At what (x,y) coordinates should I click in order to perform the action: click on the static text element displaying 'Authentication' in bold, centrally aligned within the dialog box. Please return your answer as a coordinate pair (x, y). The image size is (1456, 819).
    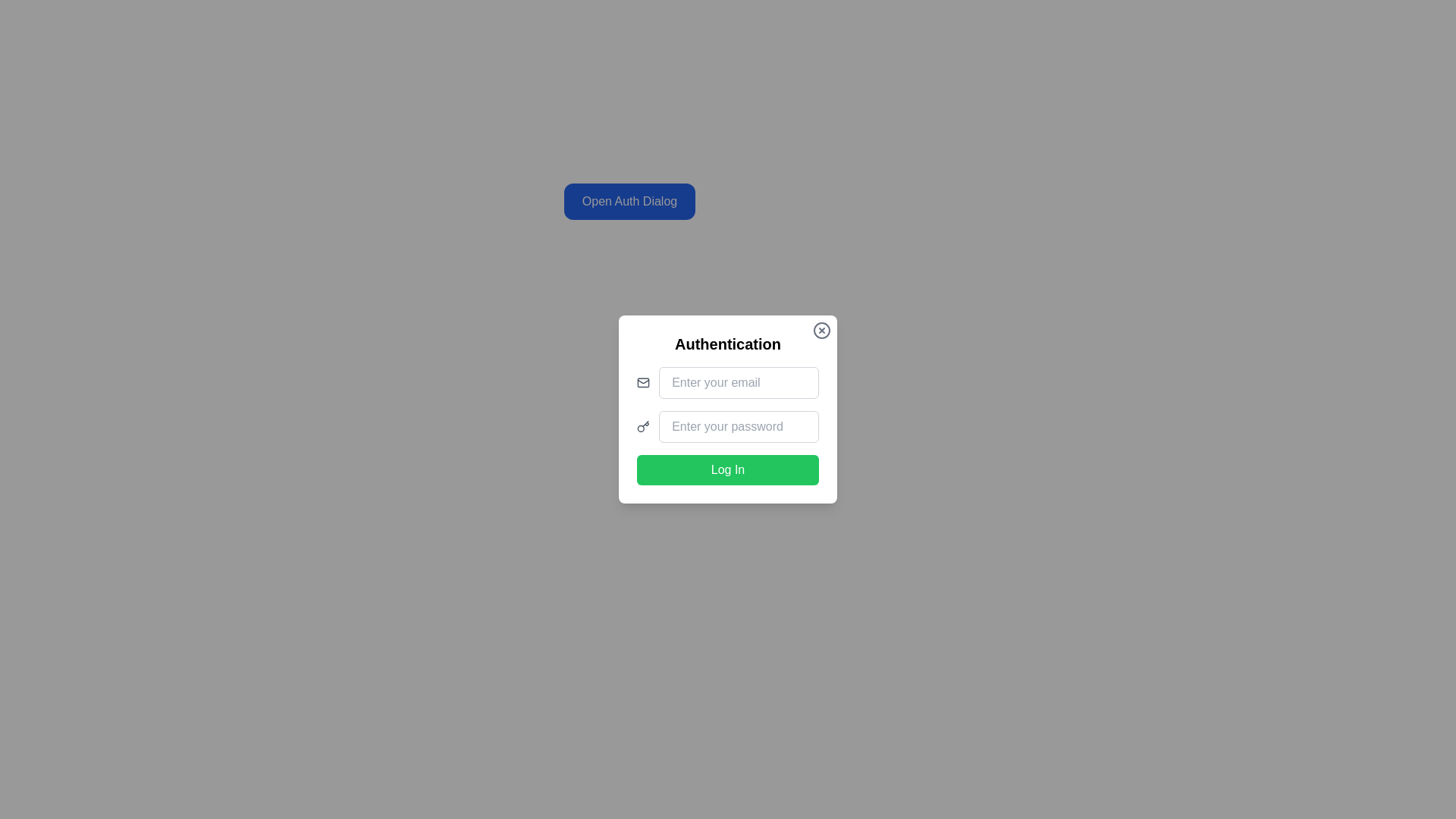
    Looking at the image, I should click on (728, 344).